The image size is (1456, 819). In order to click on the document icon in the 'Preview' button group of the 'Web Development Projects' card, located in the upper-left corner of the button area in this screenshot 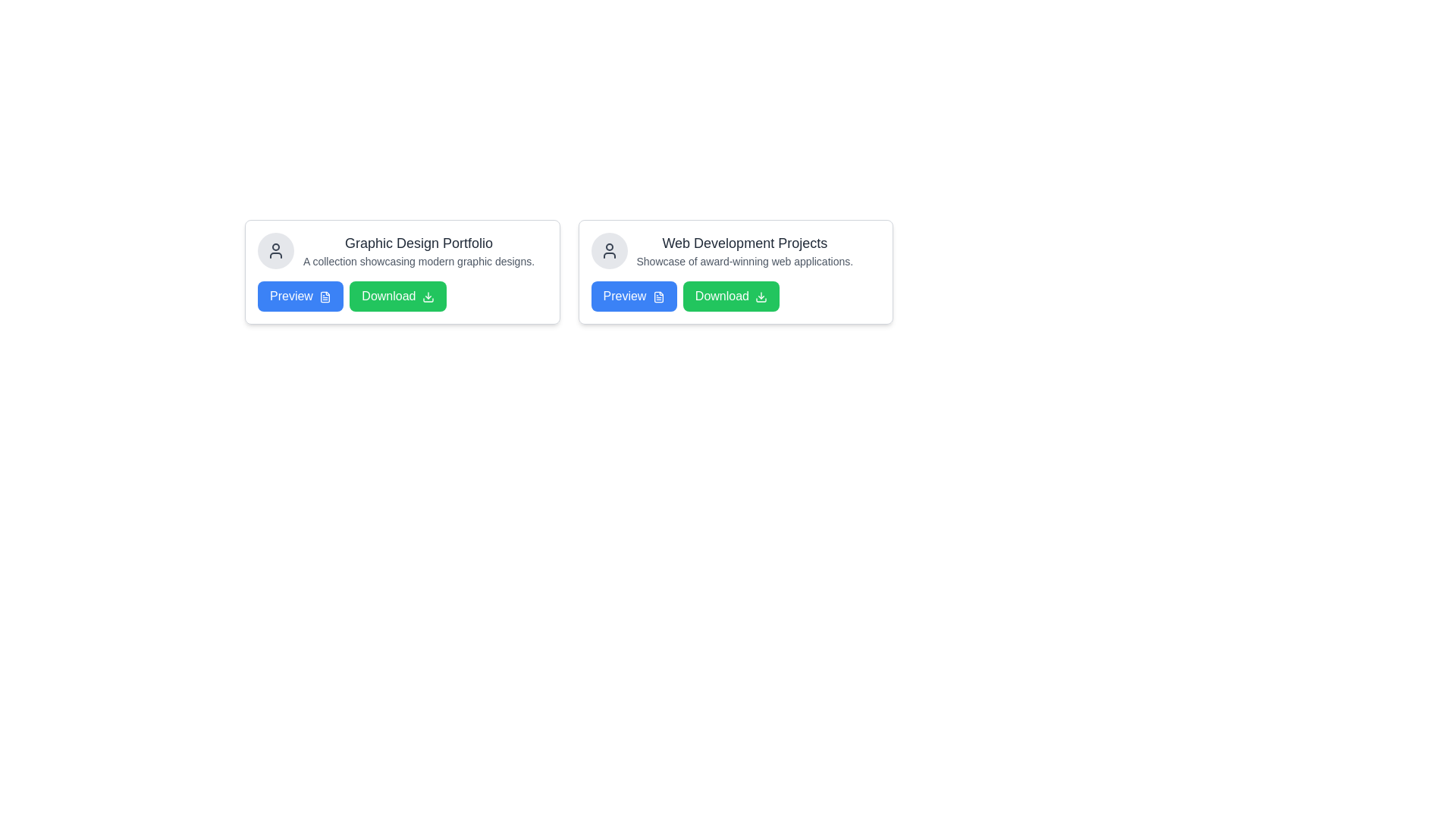, I will do `click(658, 297)`.